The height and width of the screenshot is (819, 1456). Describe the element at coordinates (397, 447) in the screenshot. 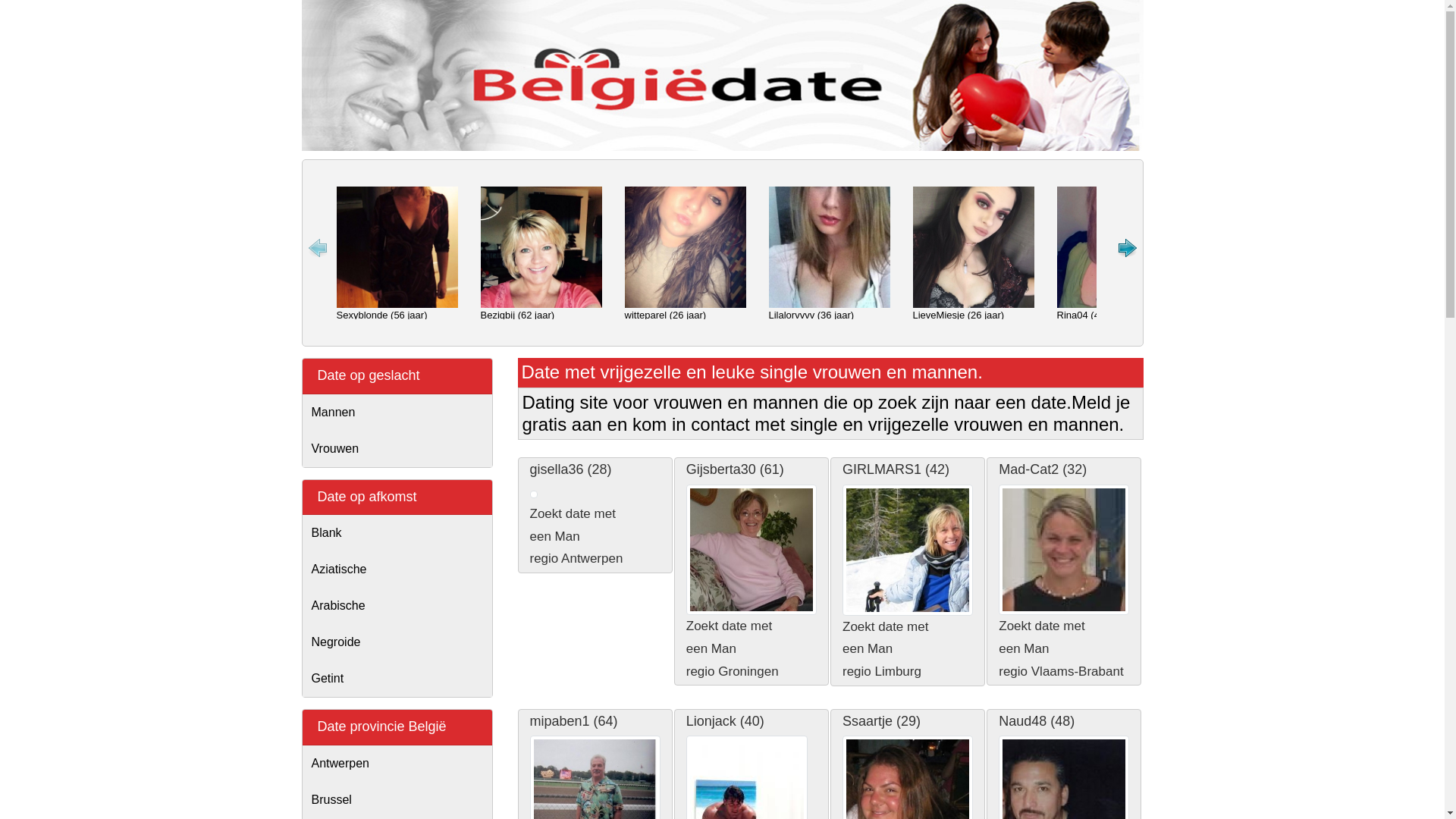

I see `'Vrouwen'` at that location.